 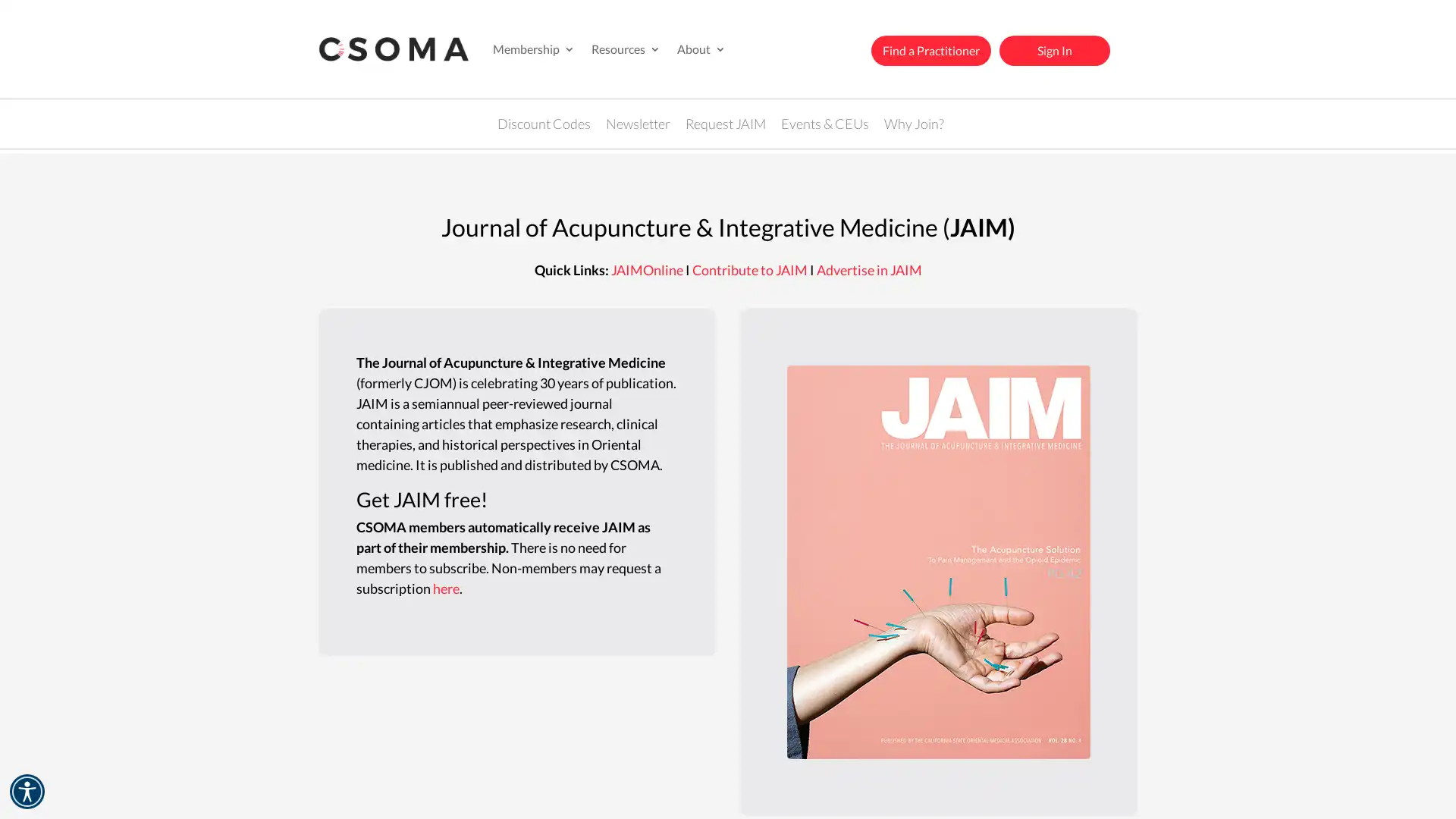 I want to click on Accessibility Menu, so click(x=27, y=791).